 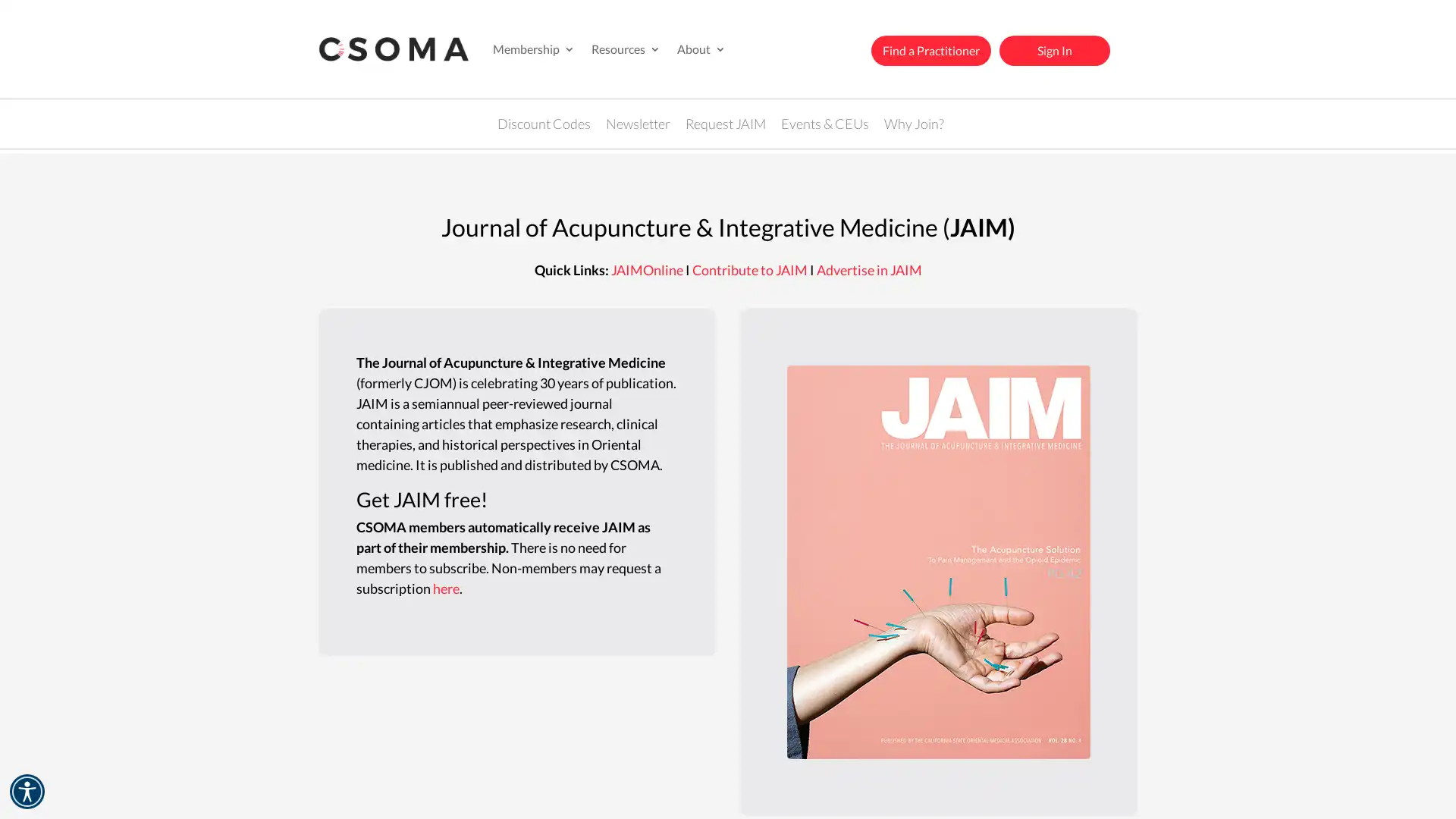 I want to click on Accessibility Menu, so click(x=27, y=791).